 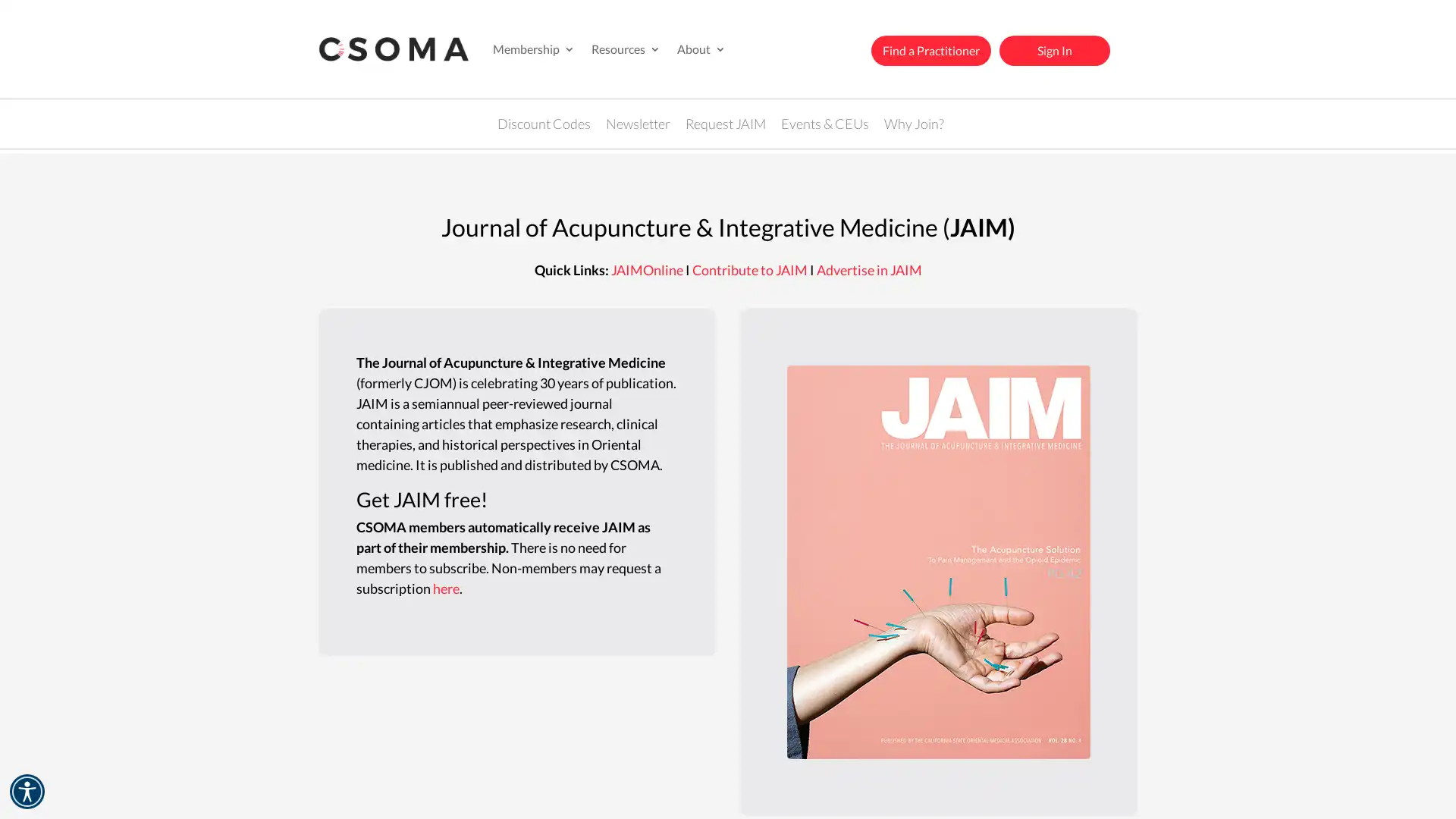 I want to click on Accessibility Menu, so click(x=27, y=791).